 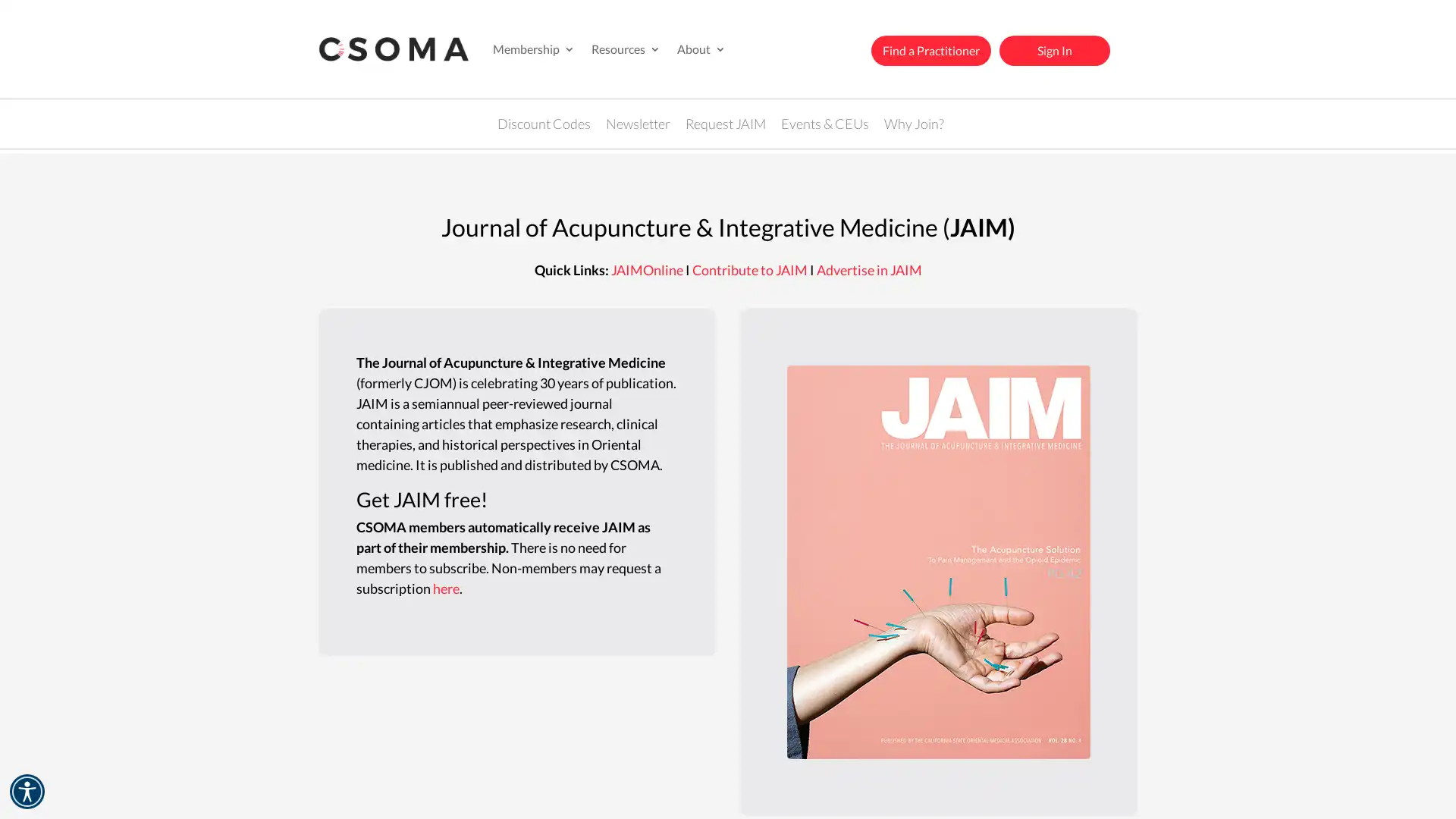 I want to click on Accessibility Menu, so click(x=27, y=791).